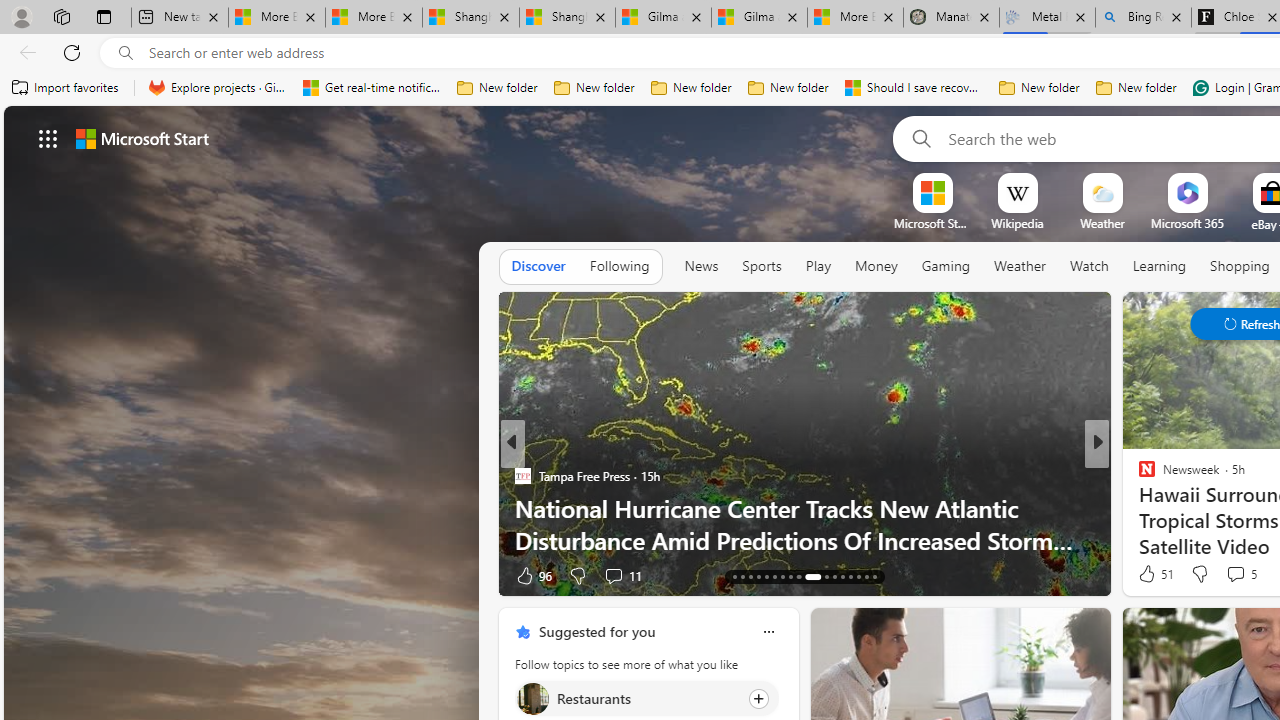 The width and height of the screenshot is (1280, 720). Describe the element at coordinates (865, 577) in the screenshot. I see `'AutomationID: tab-32'` at that location.